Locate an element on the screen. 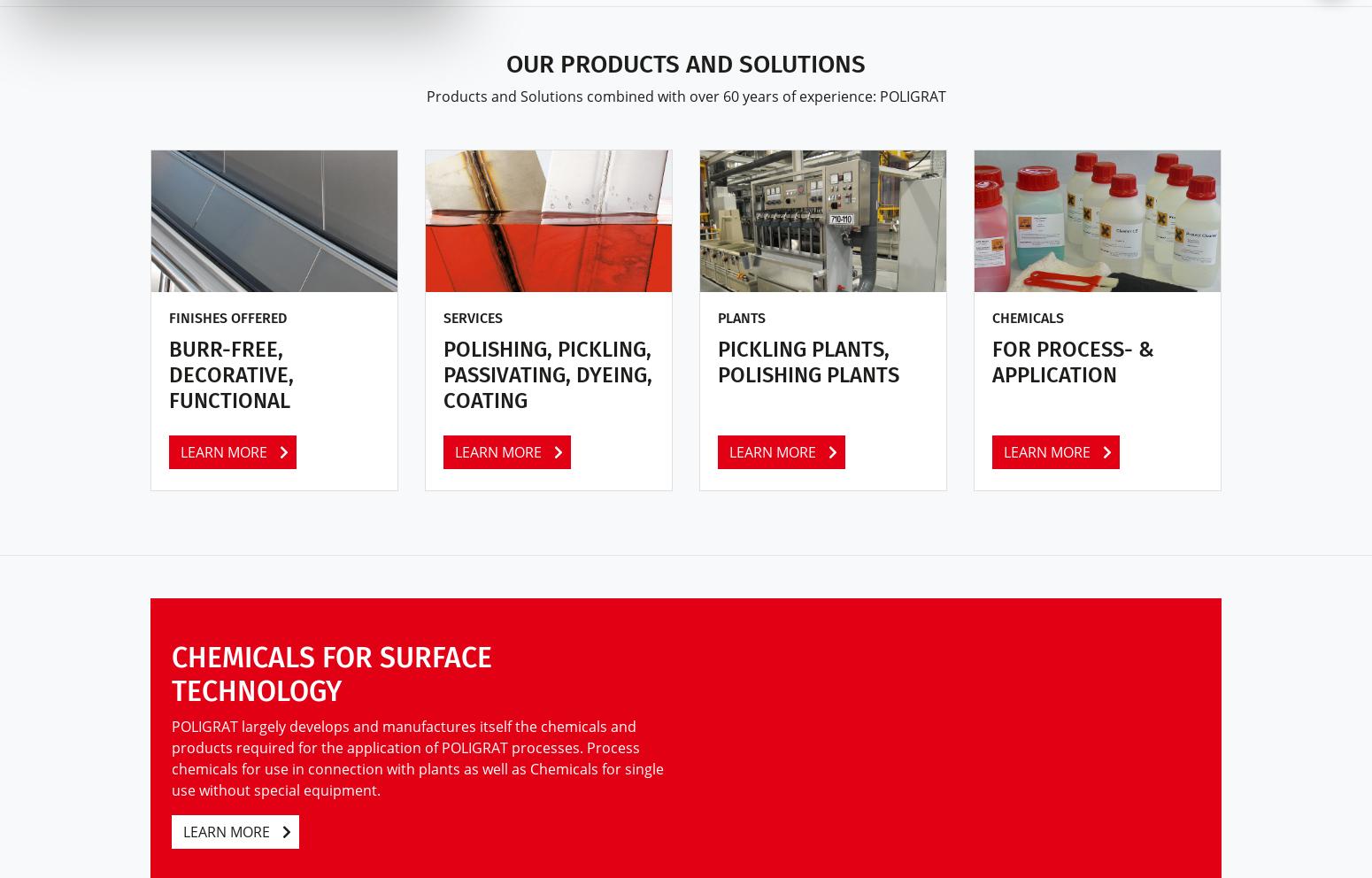 This screenshot has height=878, width=1372. 'Products and Solutions combined with over 60 years of experience: POLIGRAT' is located at coordinates (685, 96).